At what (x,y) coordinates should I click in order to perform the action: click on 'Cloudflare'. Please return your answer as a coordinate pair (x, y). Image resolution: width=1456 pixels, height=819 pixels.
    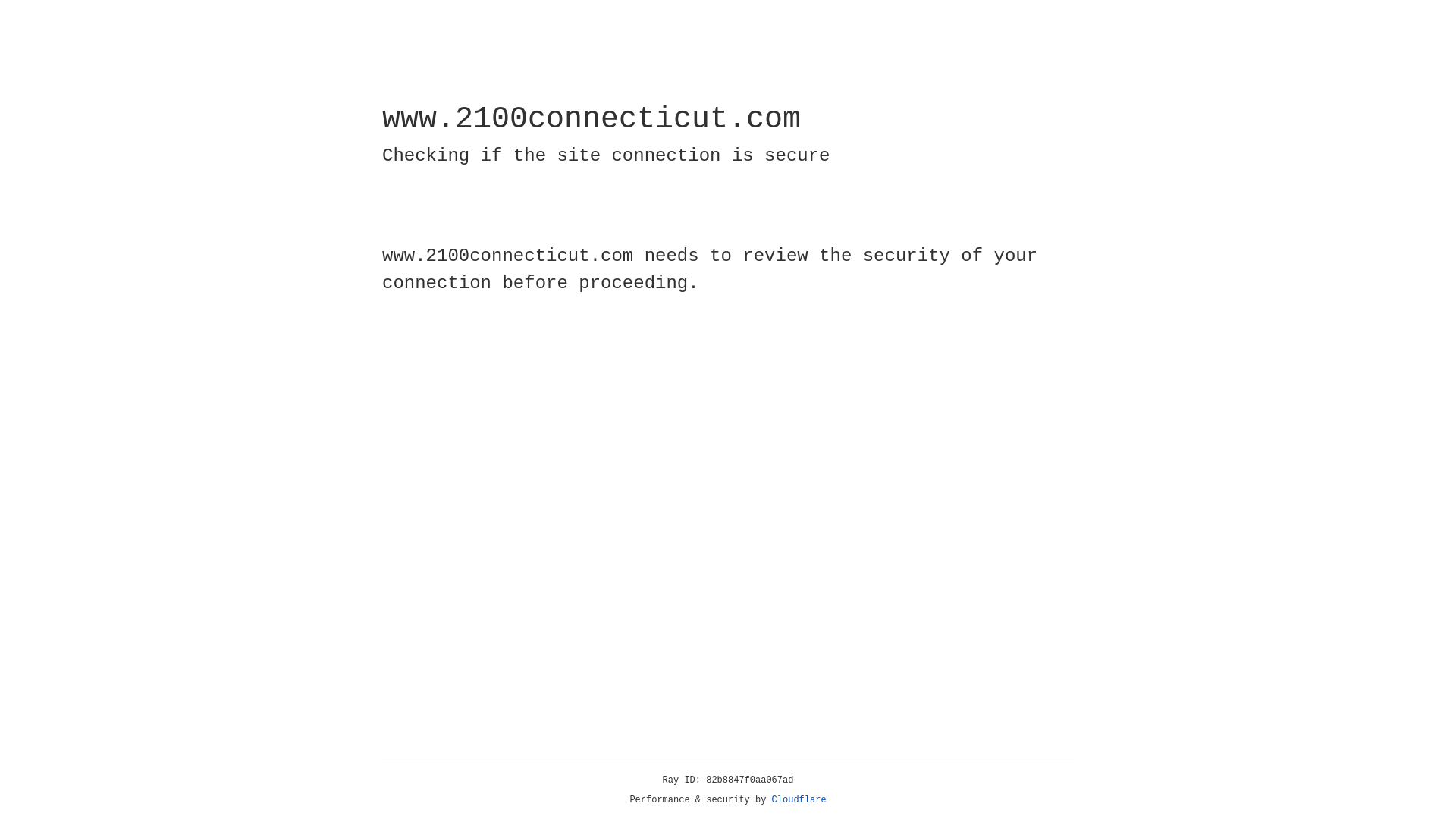
    Looking at the image, I should click on (799, 799).